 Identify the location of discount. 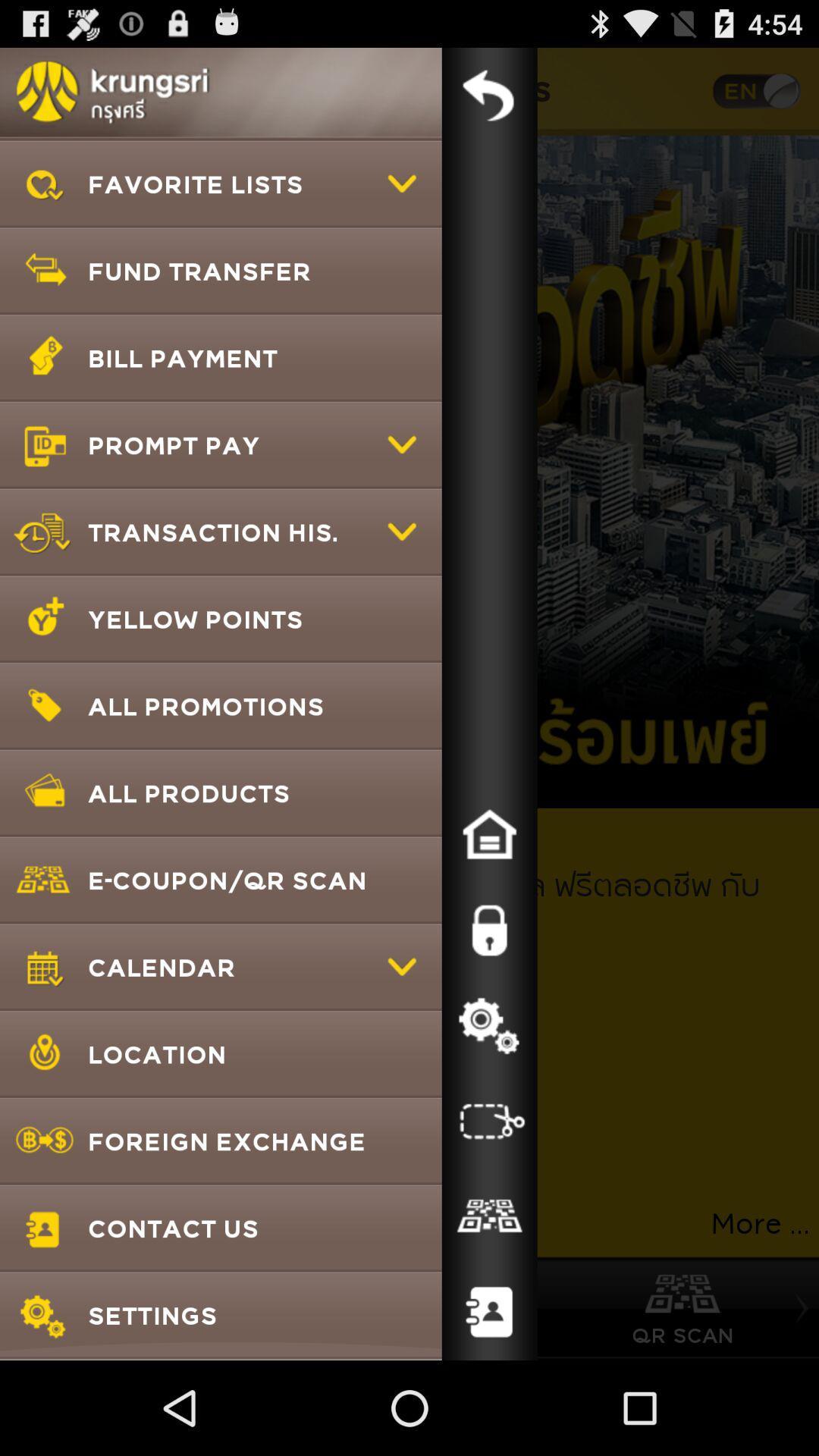
(489, 1216).